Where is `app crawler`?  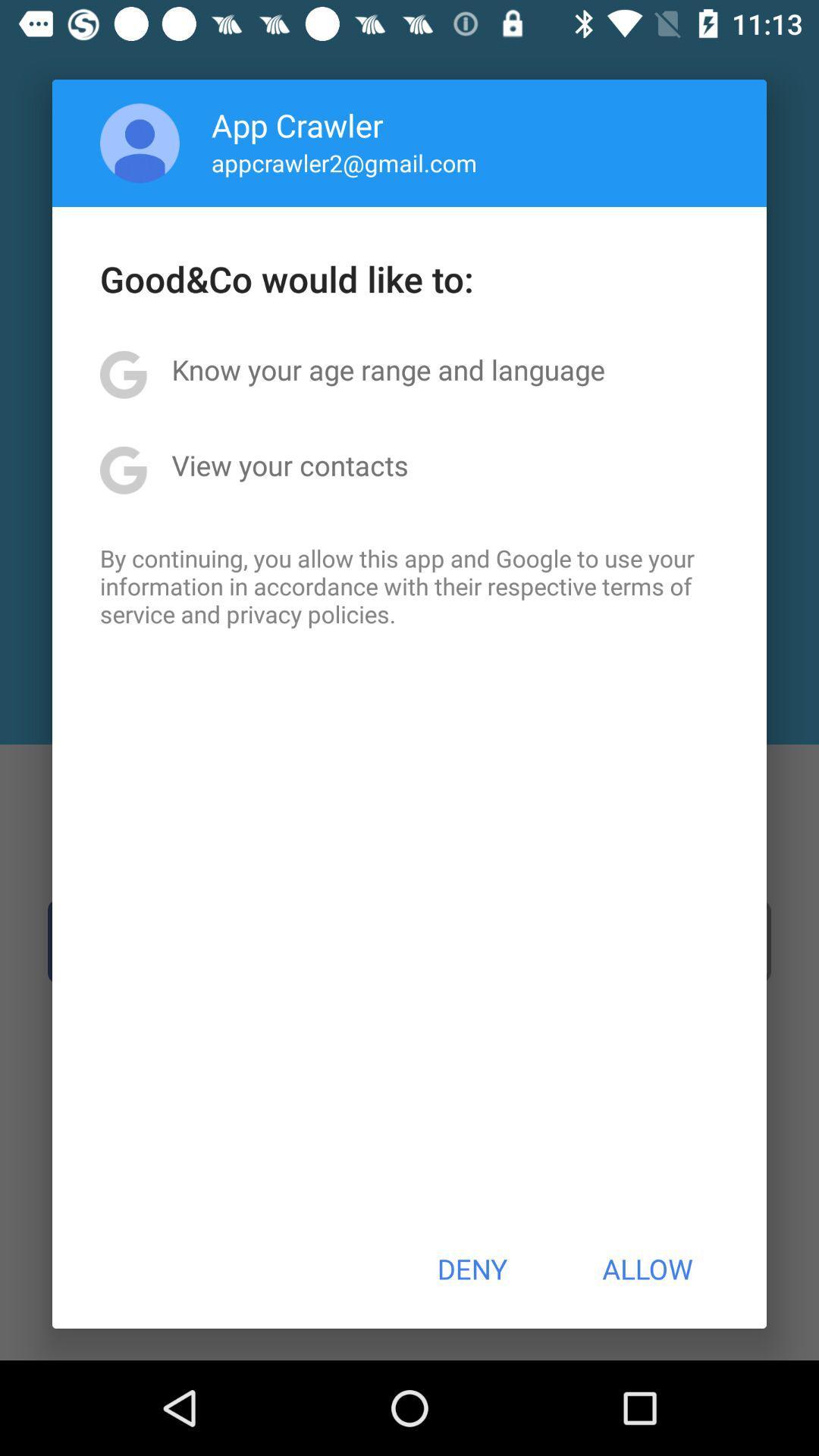
app crawler is located at coordinates (297, 124).